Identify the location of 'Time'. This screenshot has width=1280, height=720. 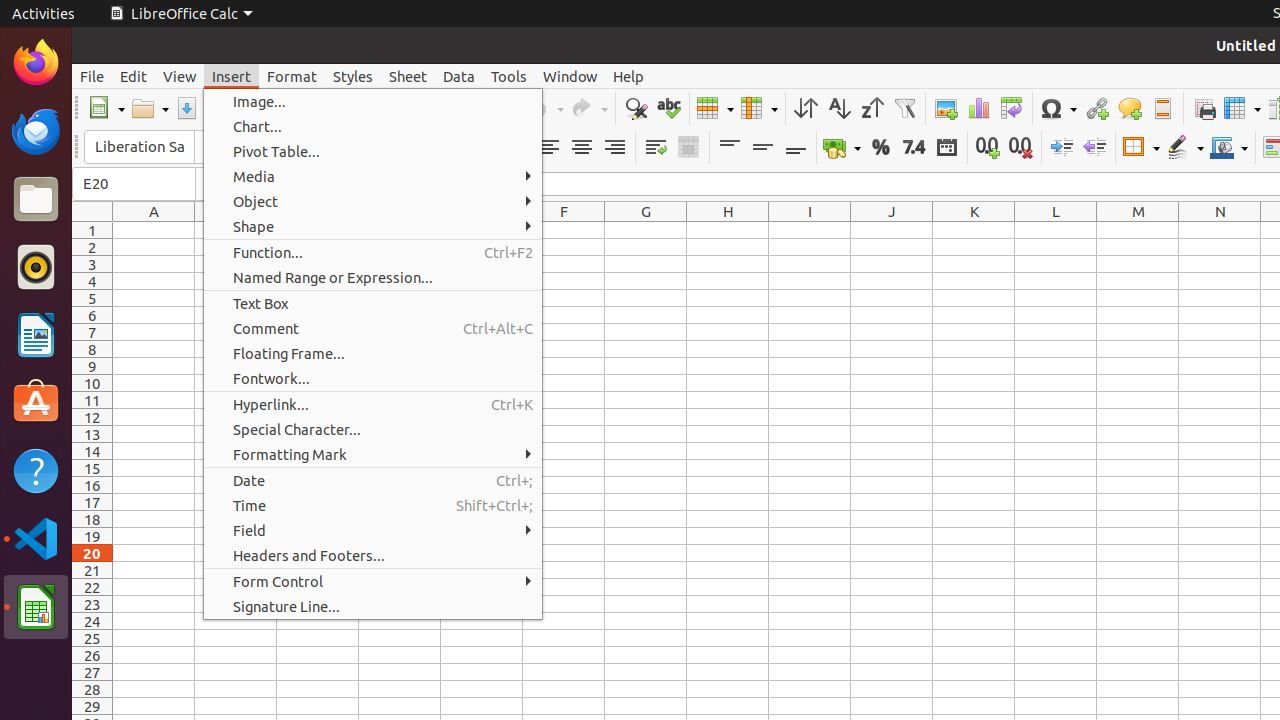
(372, 504).